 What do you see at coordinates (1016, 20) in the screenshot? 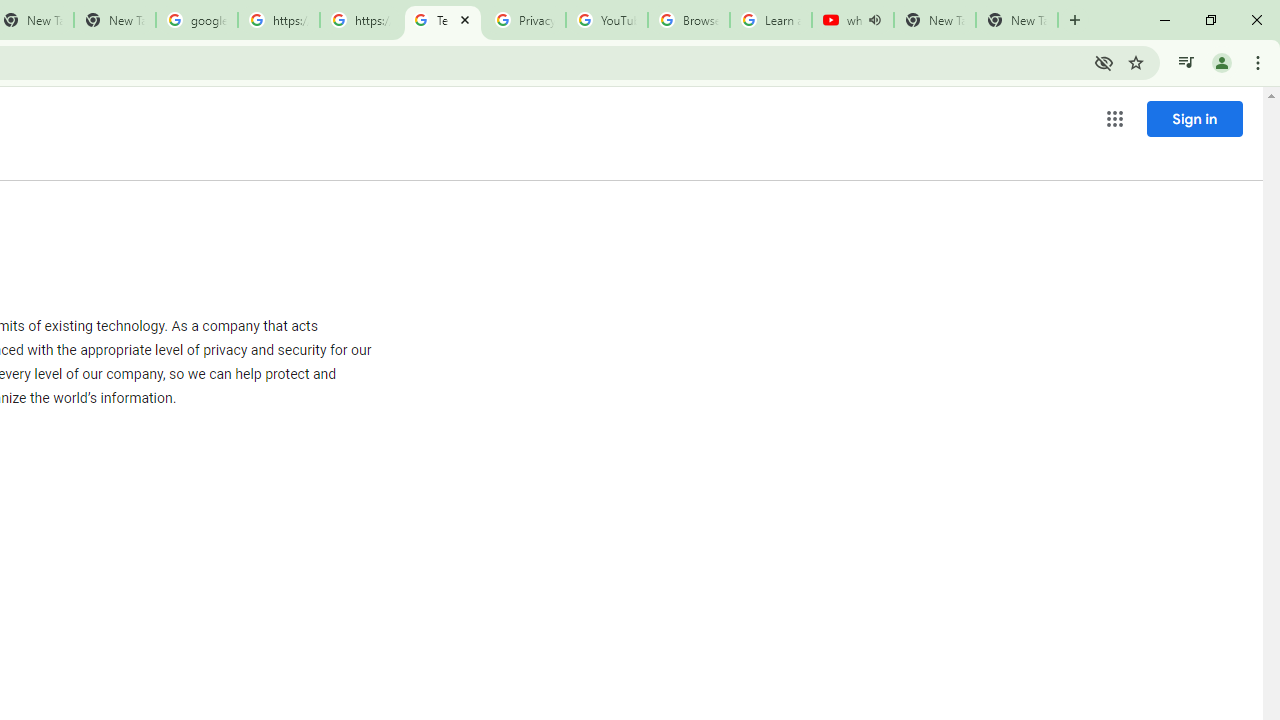
I see `'New Tab'` at bounding box center [1016, 20].